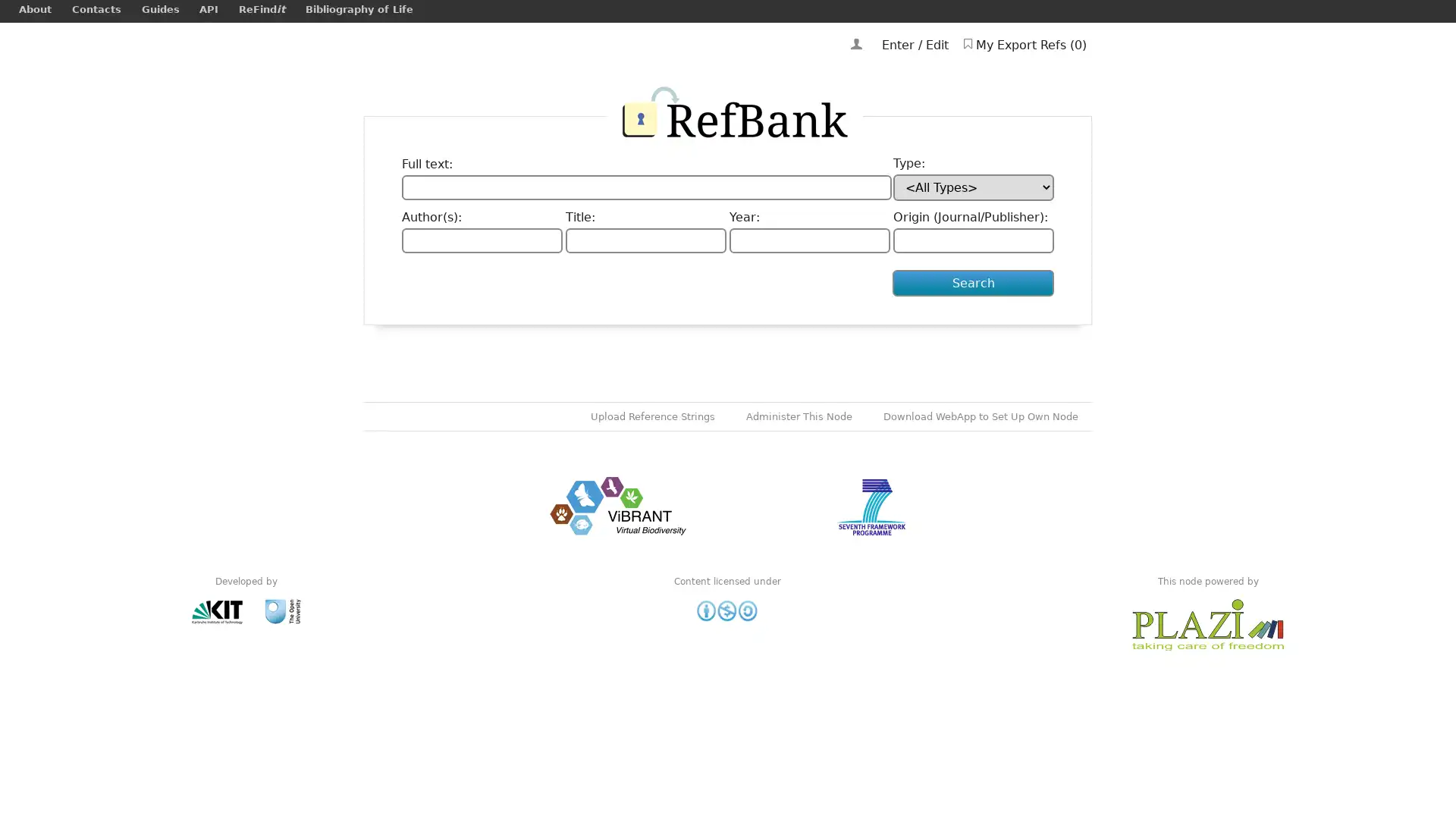 This screenshot has width=1456, height=819. Describe the element at coordinates (973, 283) in the screenshot. I see `Search` at that location.